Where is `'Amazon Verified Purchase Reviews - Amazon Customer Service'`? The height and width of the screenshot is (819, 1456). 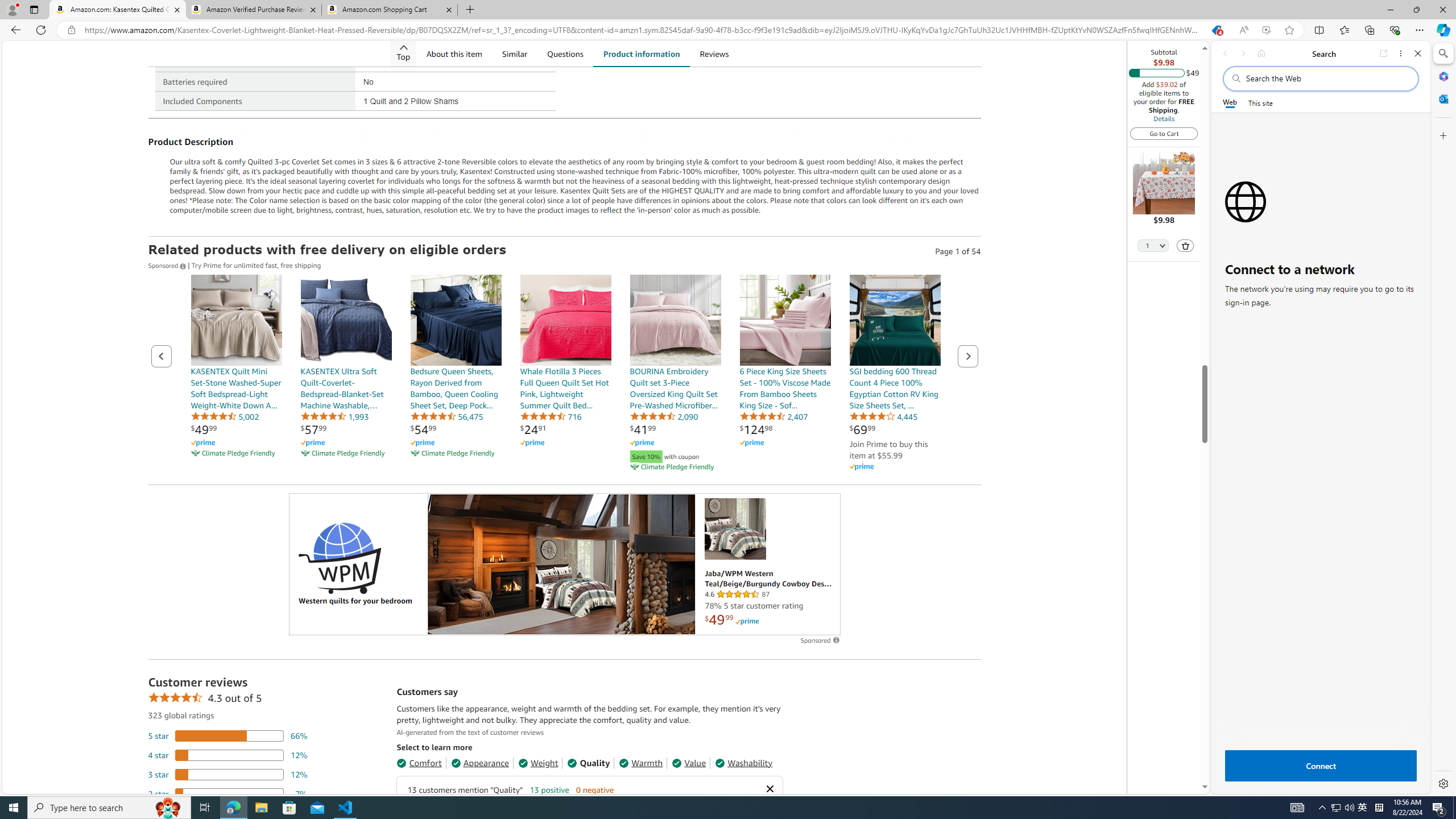 'Amazon Verified Purchase Reviews - Amazon Customer Service' is located at coordinates (253, 9).